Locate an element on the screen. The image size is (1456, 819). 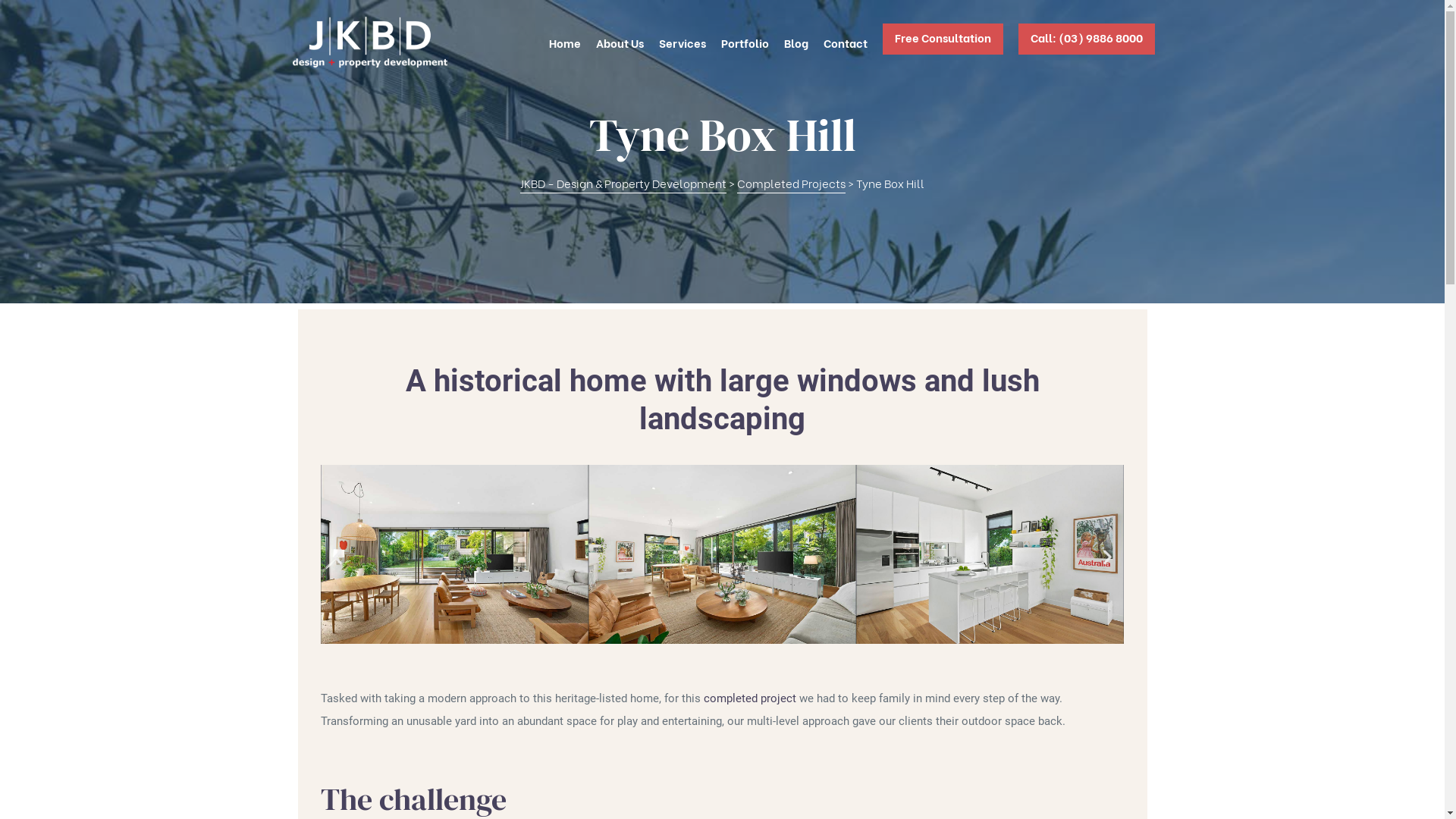
'JKBD - Design & Property Development' is located at coordinates (623, 183).